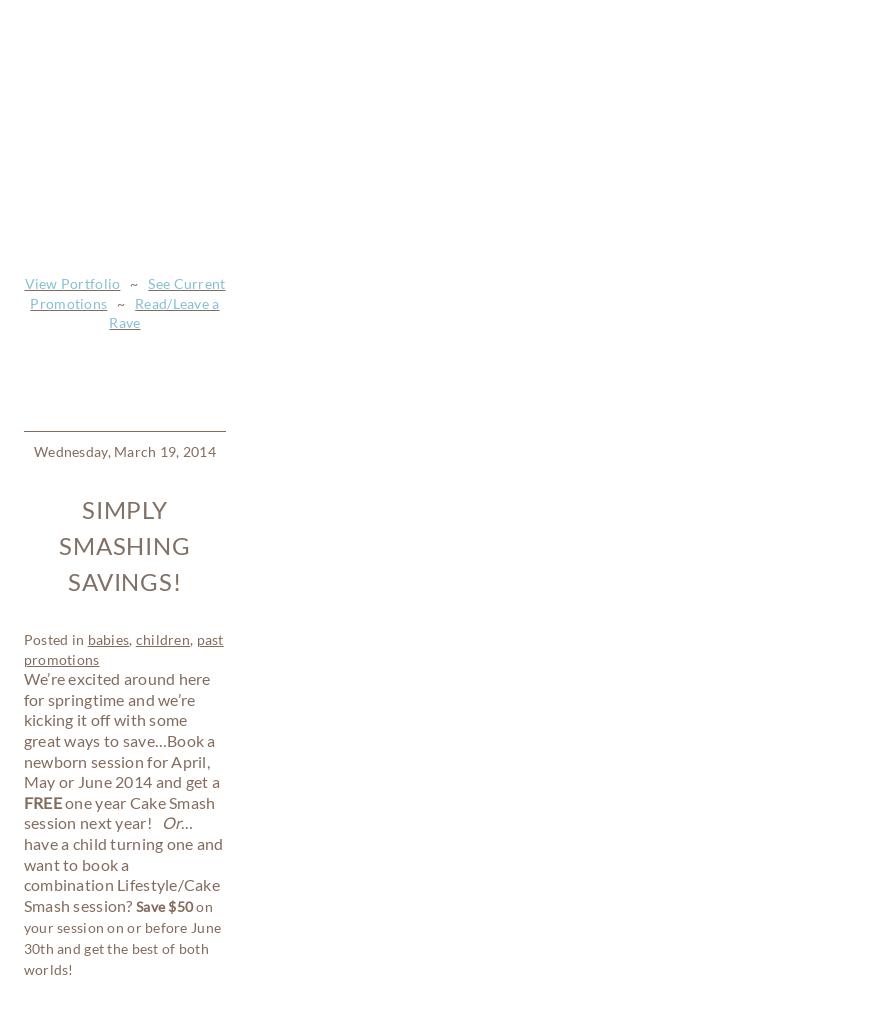 This screenshot has width=888, height=1018. What do you see at coordinates (125, 717) in the screenshot?
I see `'Click here to see some great behind-the-scenes footage!'` at bounding box center [125, 717].